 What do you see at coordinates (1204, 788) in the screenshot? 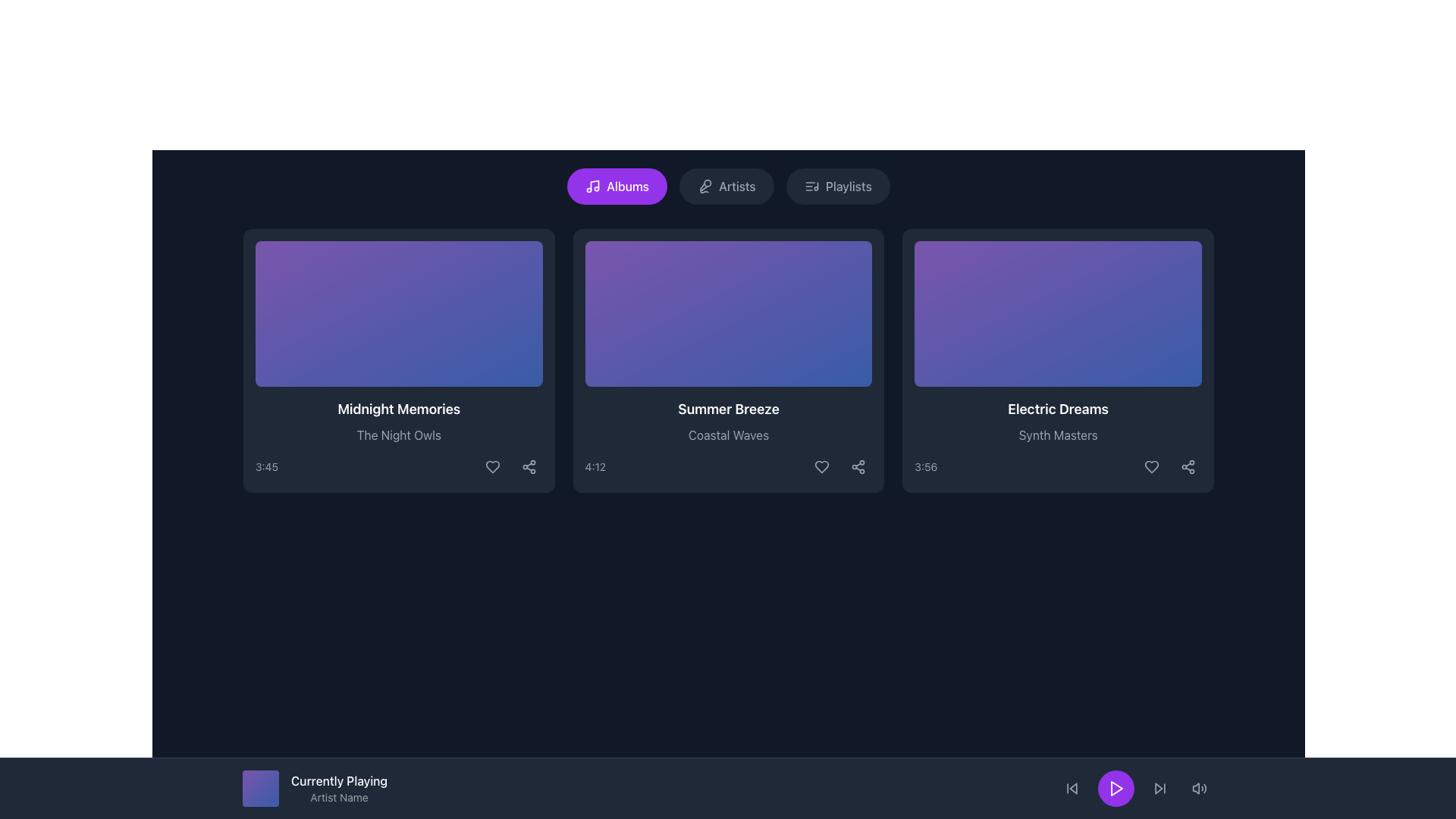
I see `the volume control icon represented by a curved line symbolizing sound waves, located in the lower-right corner of the interface` at bounding box center [1204, 788].